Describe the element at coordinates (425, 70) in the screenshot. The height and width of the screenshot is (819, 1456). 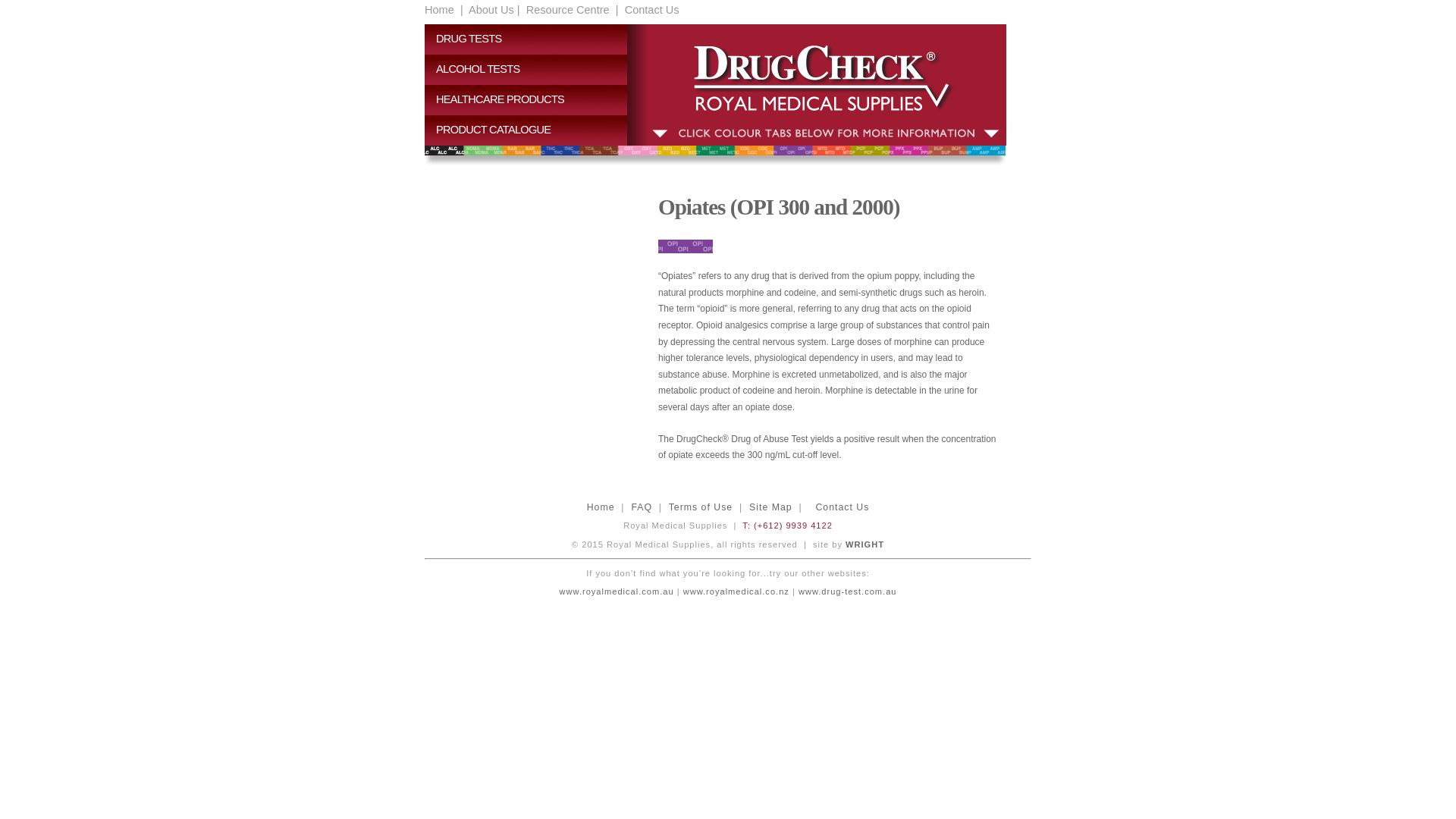
I see `'ALCOHOL TESTS'` at that location.